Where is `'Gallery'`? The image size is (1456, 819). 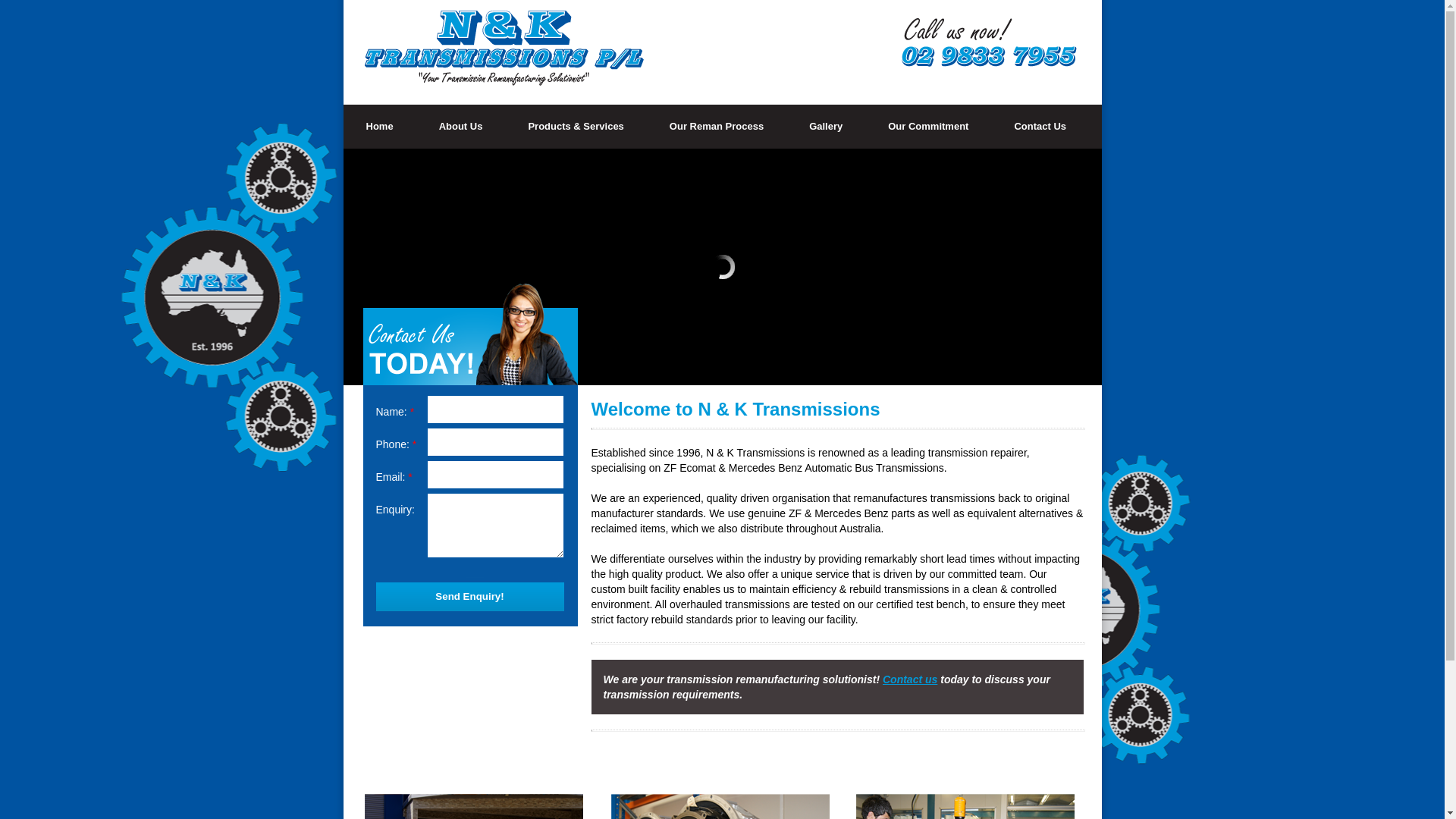
'Gallery' is located at coordinates (825, 125).